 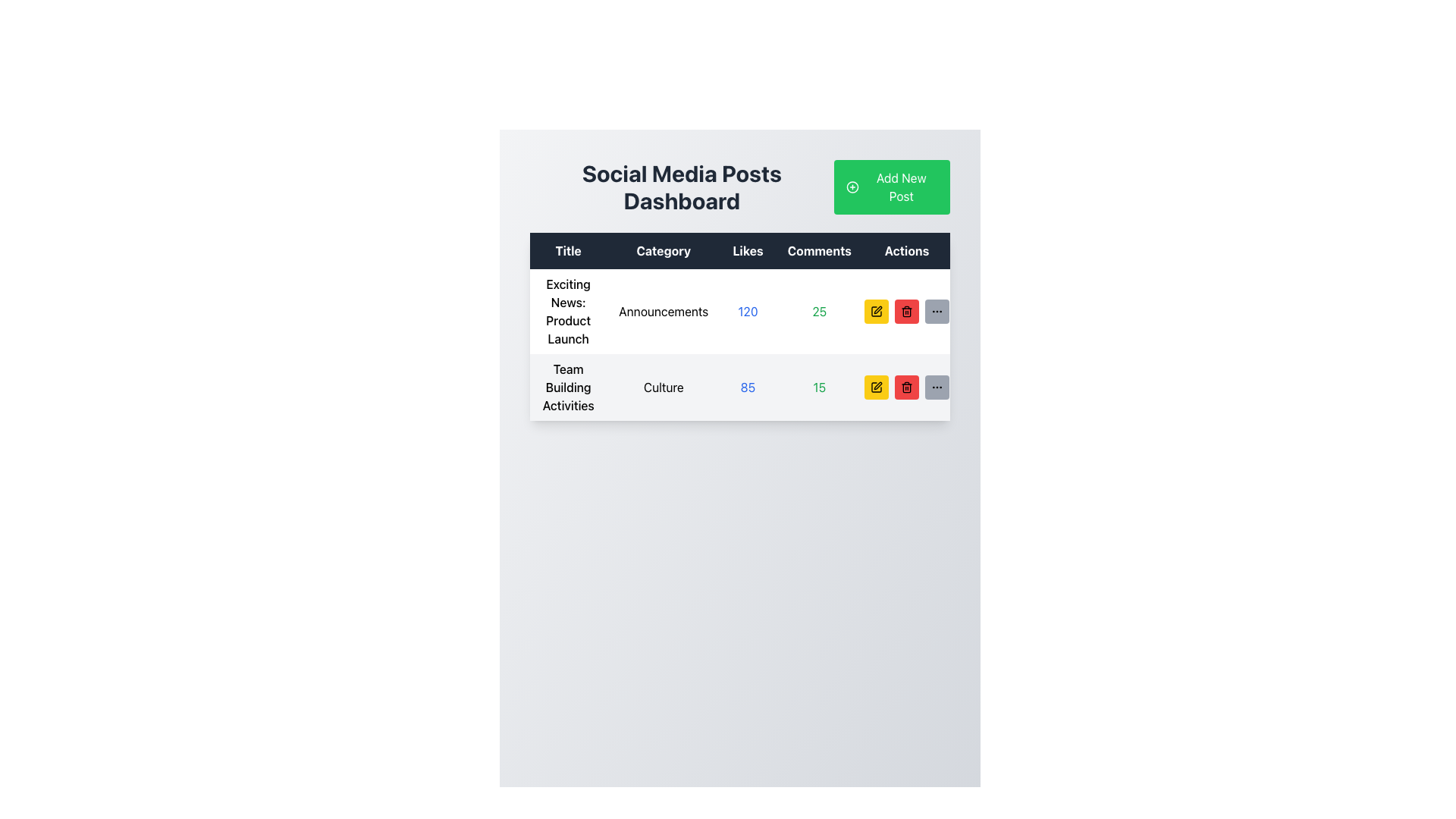 What do you see at coordinates (664, 250) in the screenshot?
I see `the 'Category' text label, which is the second column header in the table layout, styled in white text on a dark background` at bounding box center [664, 250].